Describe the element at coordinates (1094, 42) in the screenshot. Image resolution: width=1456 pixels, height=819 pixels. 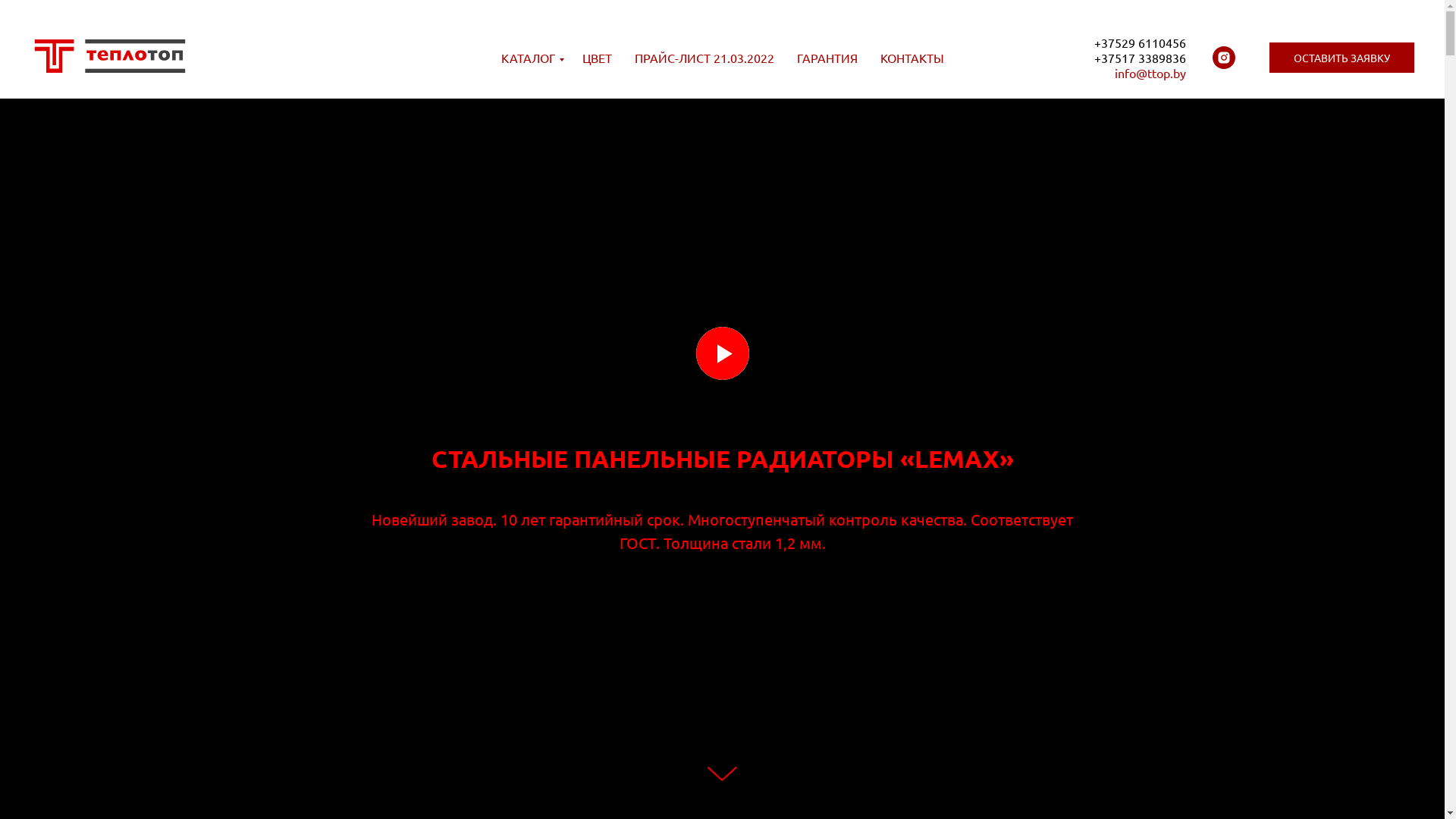
I see `'+37529 6110456'` at that location.